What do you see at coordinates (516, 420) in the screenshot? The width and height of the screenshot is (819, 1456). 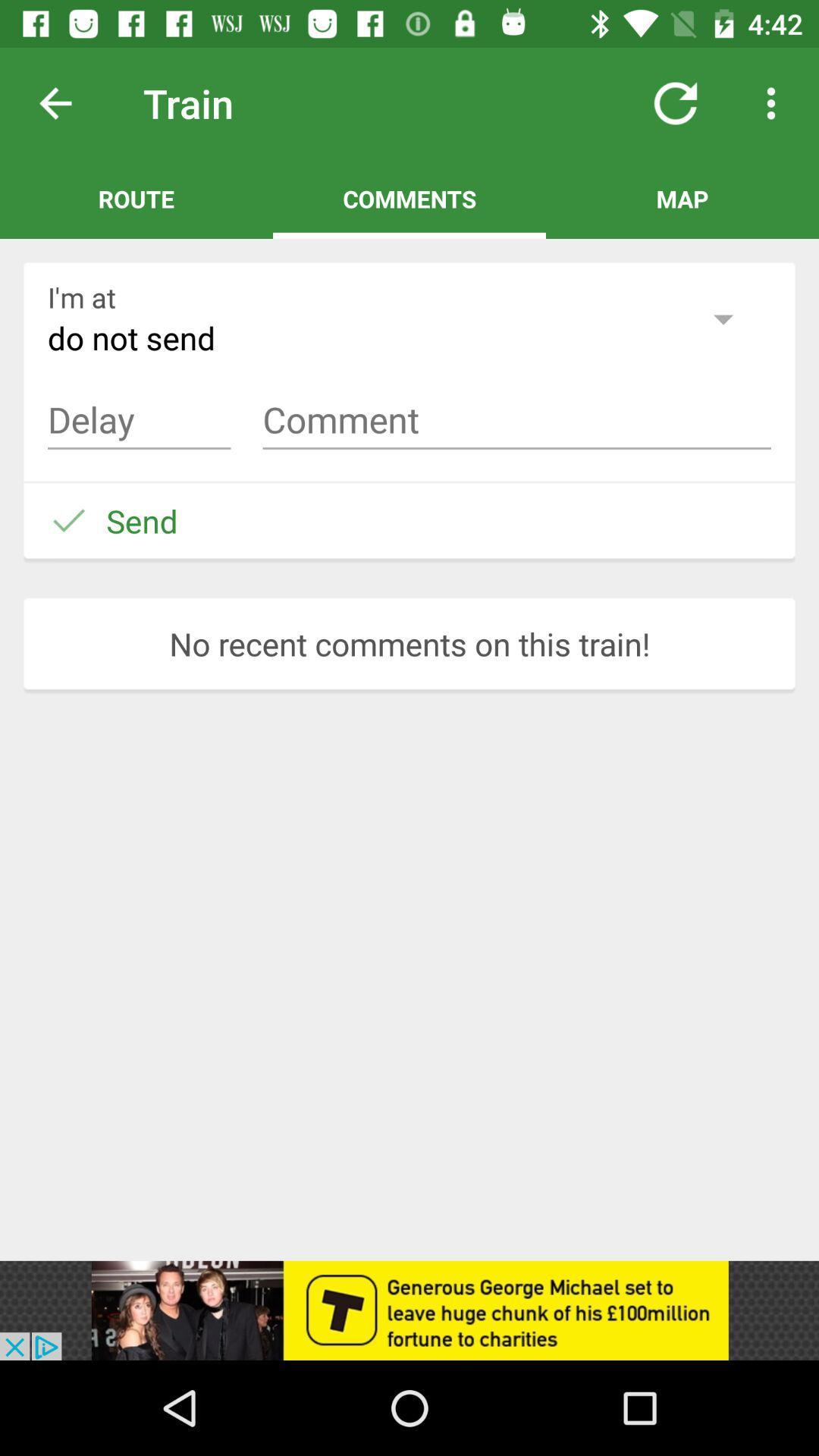 I see `comment` at bounding box center [516, 420].